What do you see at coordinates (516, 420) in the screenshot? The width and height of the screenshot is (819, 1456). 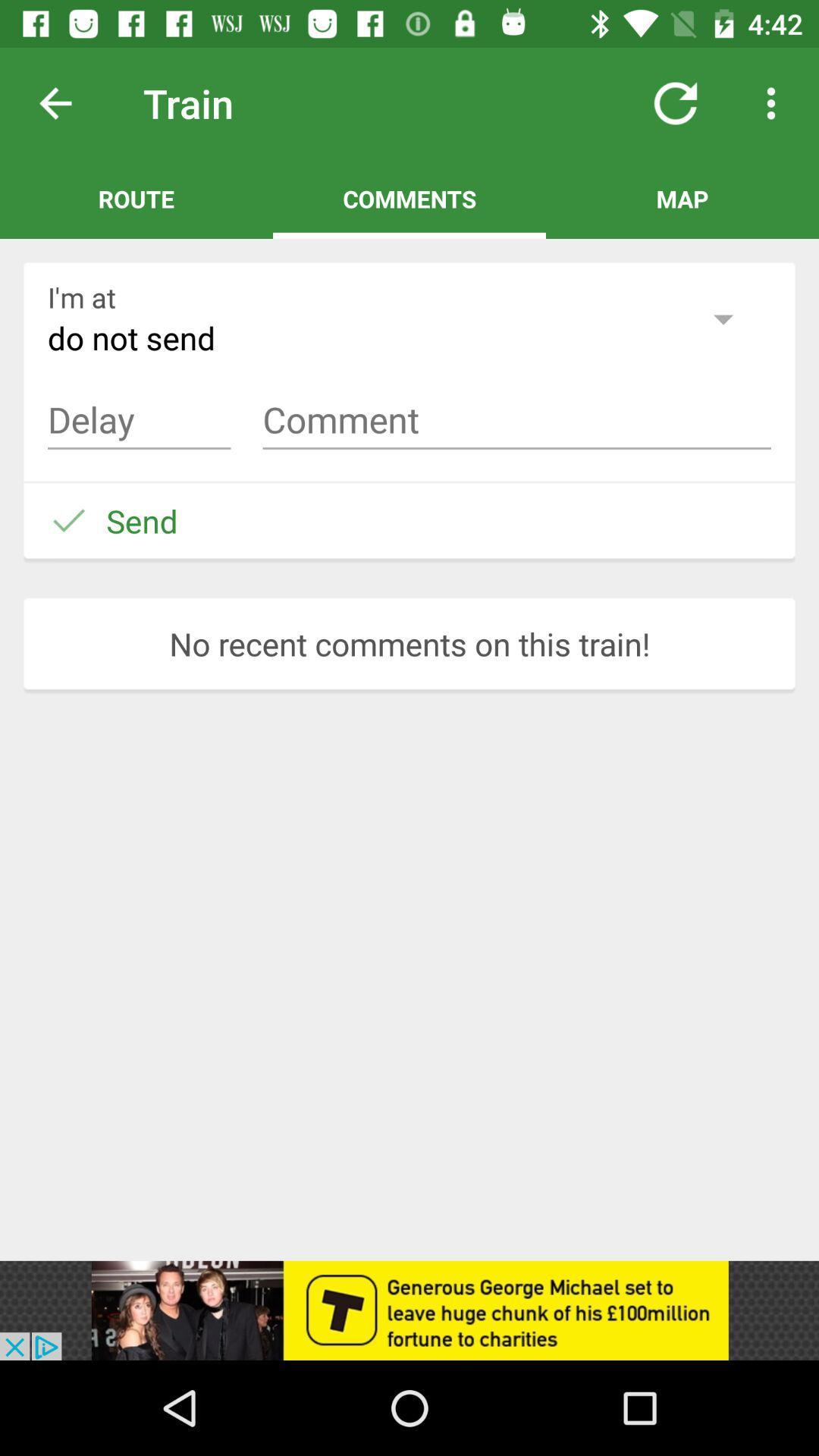 I see `comment` at bounding box center [516, 420].